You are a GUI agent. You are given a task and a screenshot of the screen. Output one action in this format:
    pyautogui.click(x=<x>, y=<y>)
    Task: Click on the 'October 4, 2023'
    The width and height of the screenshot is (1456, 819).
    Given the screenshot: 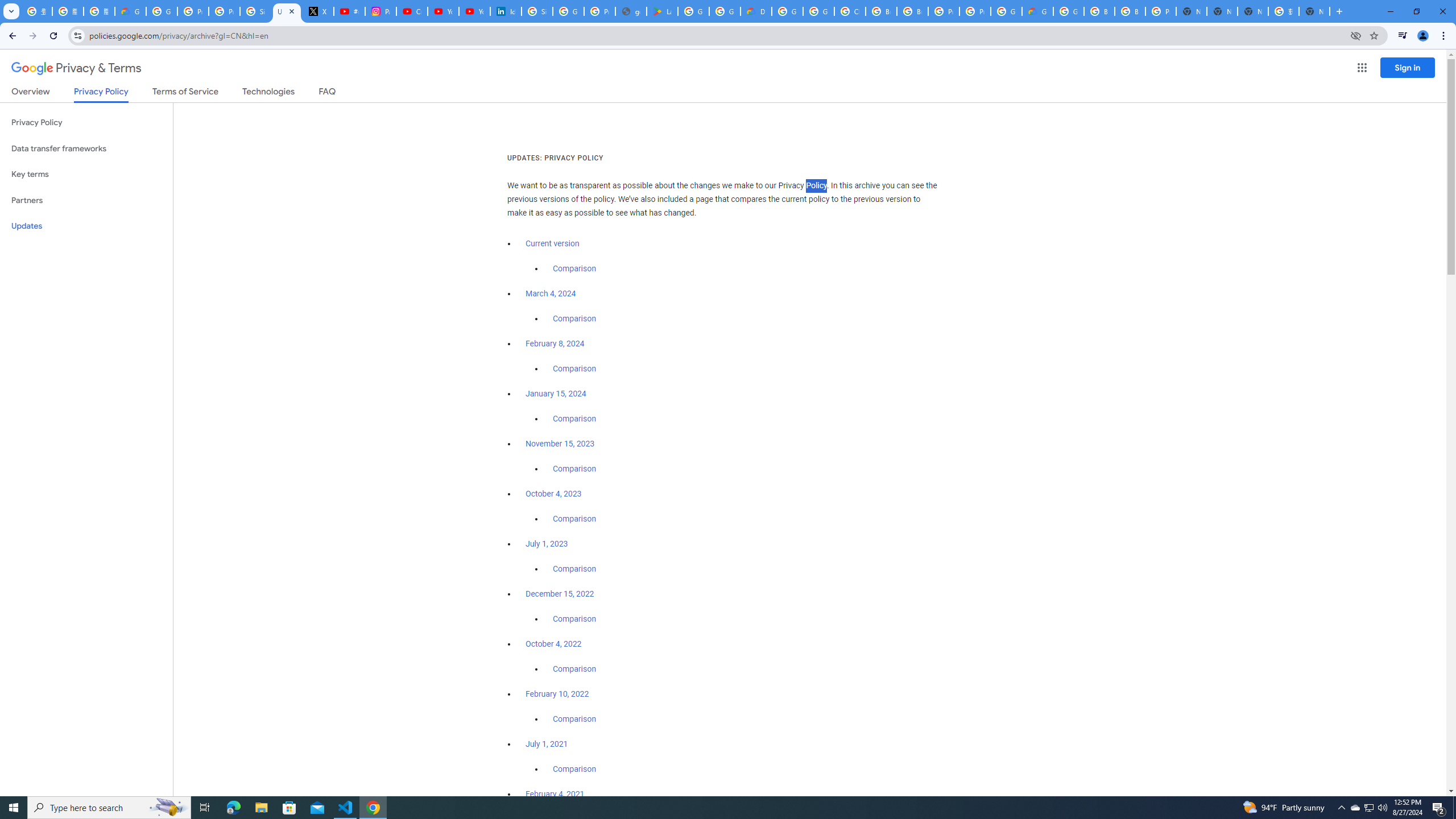 What is the action you would take?
    pyautogui.click(x=554, y=494)
    